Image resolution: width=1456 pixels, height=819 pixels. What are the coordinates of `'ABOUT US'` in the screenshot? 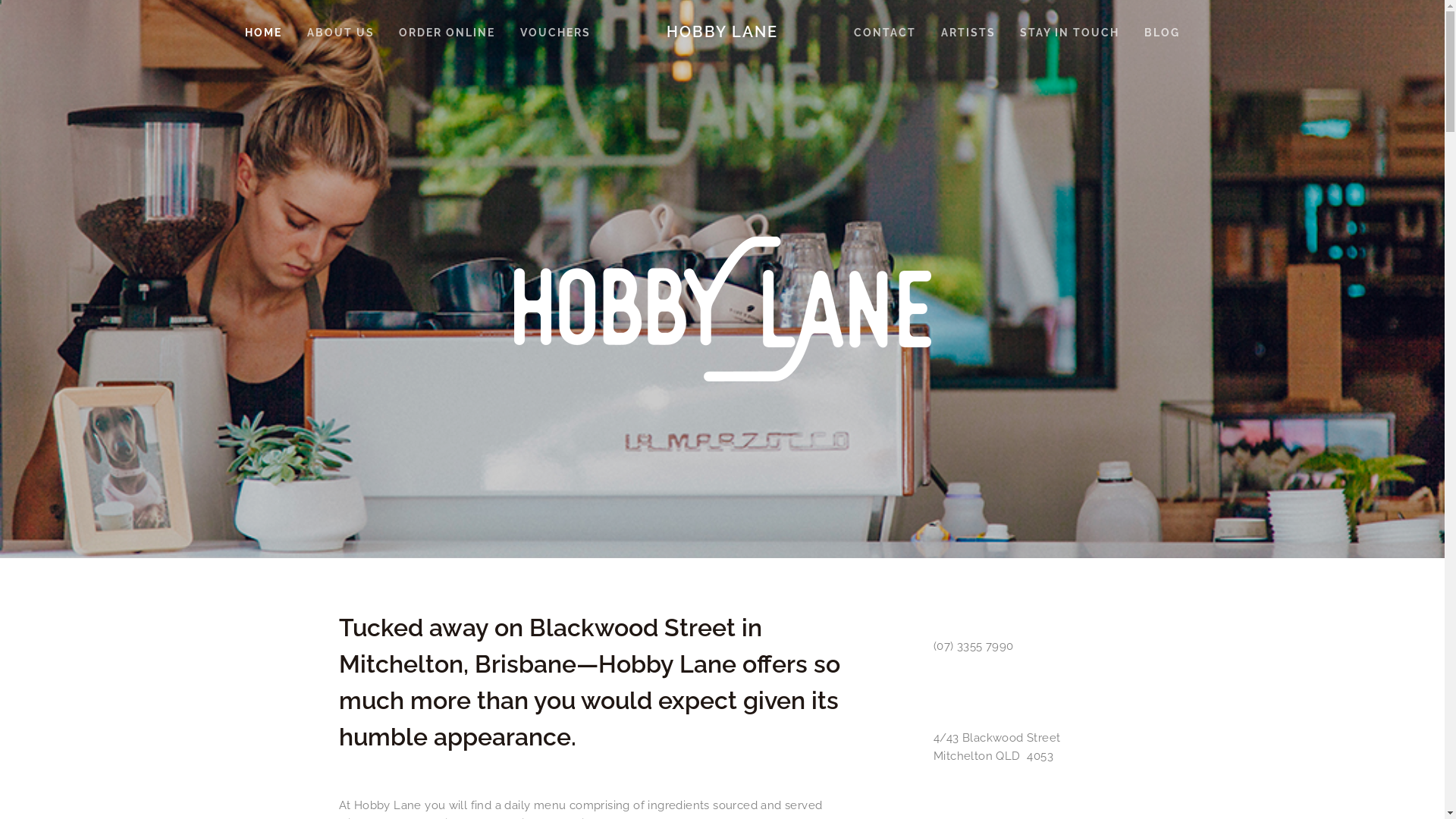 It's located at (340, 32).